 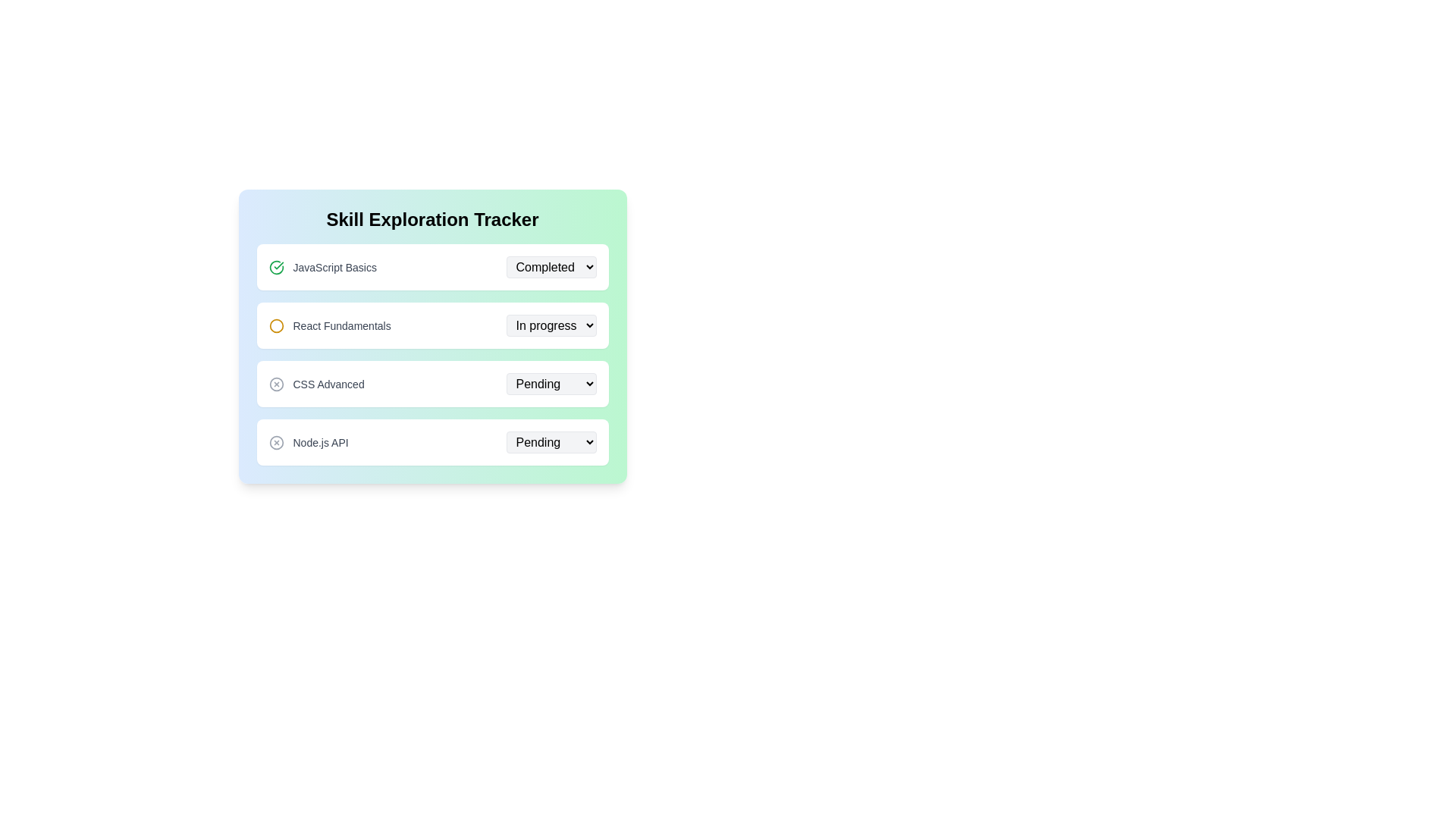 What do you see at coordinates (276, 442) in the screenshot?
I see `the circular icon with a medium-gray border and a diagonal cross, located to the left of the text 'Node.js API' in the fourth row of the 'Skill Exploration Tracker' interface` at bounding box center [276, 442].